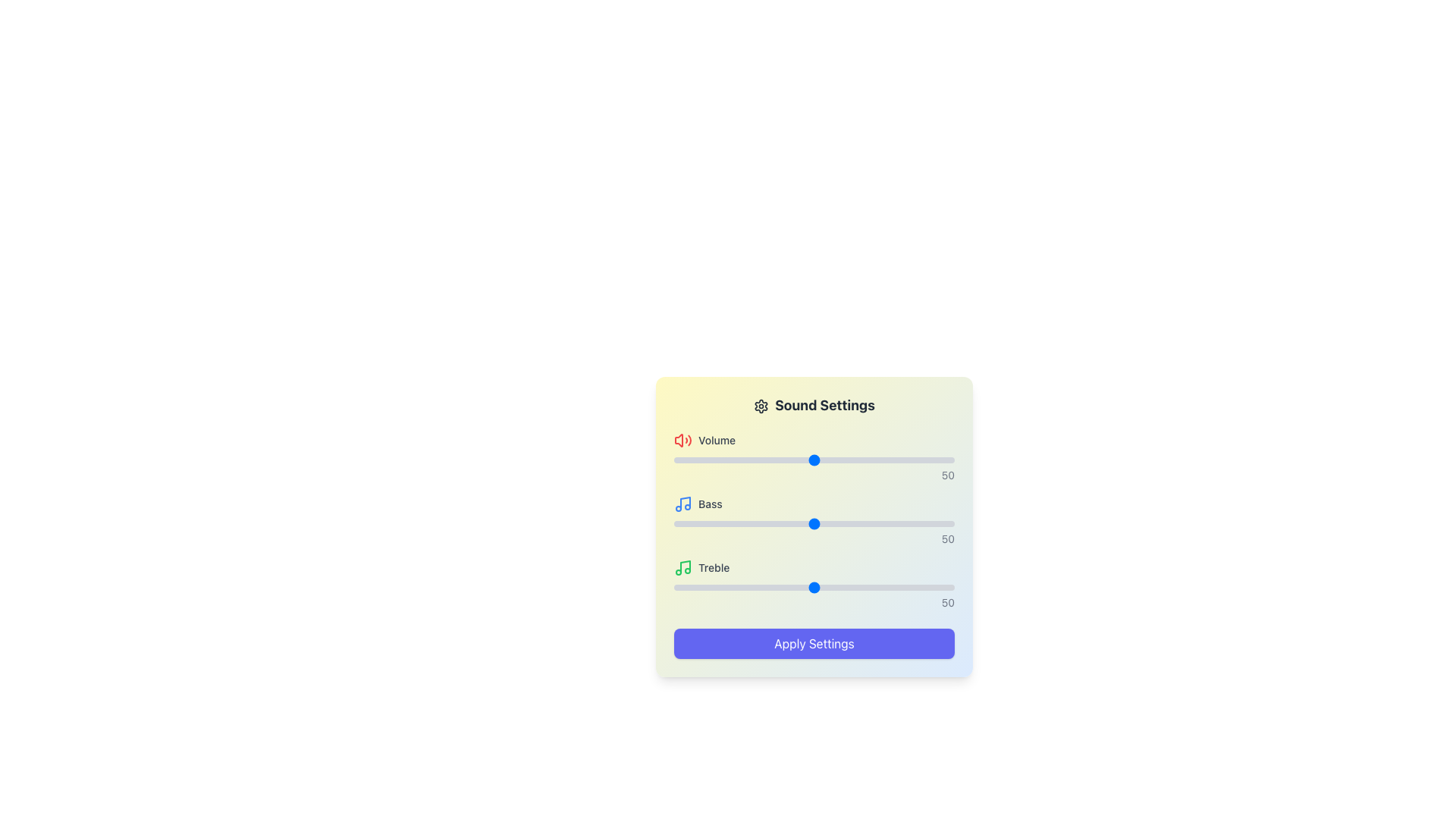 The height and width of the screenshot is (819, 1456). I want to click on the red speaker-shaped icon located near the text 'Volume' in the 'Sound Settings' section, which is positioned in the top-left corner of the settings card, so click(678, 441).